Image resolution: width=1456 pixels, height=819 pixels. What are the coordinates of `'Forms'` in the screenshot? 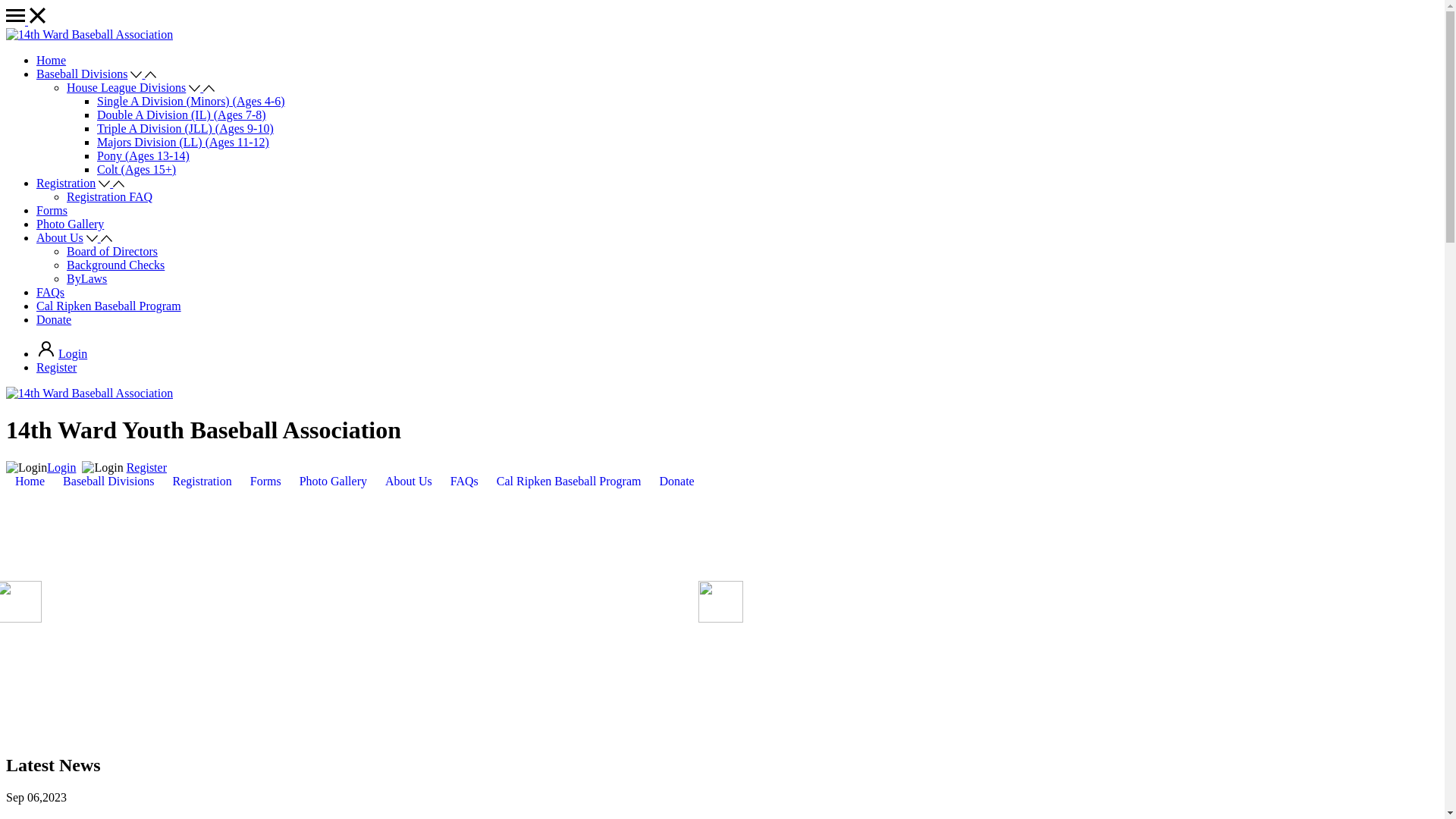 It's located at (240, 482).